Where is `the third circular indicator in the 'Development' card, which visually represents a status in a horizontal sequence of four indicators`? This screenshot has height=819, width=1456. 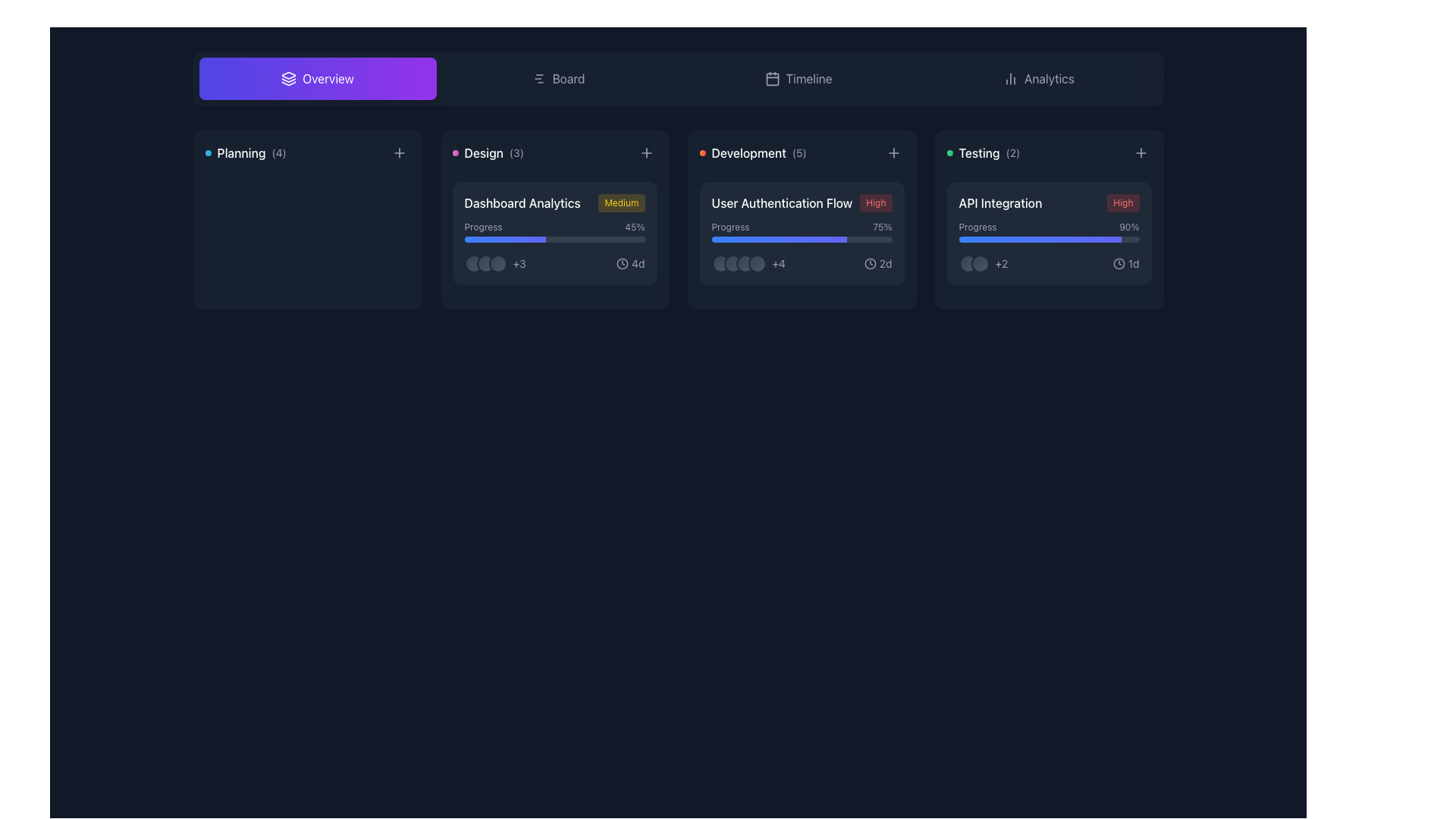
the third circular indicator in the 'Development' card, which visually represents a status in a horizontal sequence of four indicators is located at coordinates (745, 262).